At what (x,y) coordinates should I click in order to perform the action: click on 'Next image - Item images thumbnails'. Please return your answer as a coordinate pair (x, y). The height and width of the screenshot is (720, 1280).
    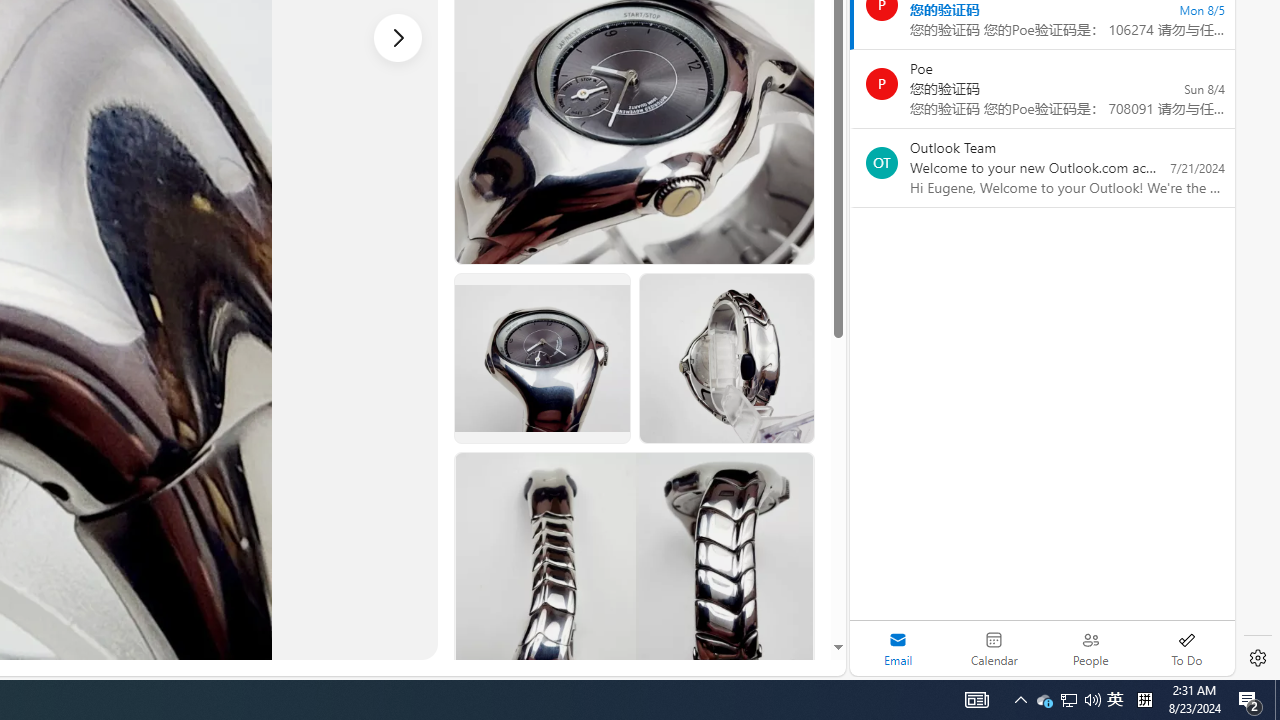
    Looking at the image, I should click on (398, 37).